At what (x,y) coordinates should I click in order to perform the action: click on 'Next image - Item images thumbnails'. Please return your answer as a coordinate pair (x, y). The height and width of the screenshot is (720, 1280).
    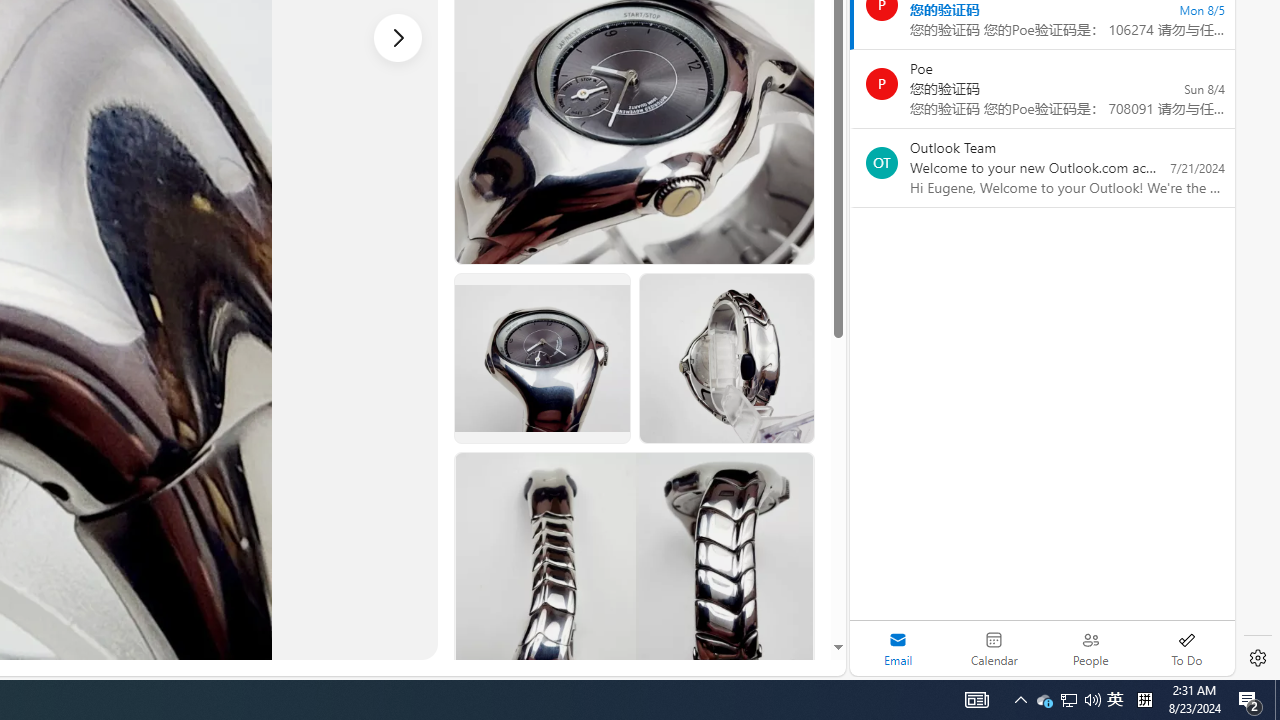
    Looking at the image, I should click on (398, 37).